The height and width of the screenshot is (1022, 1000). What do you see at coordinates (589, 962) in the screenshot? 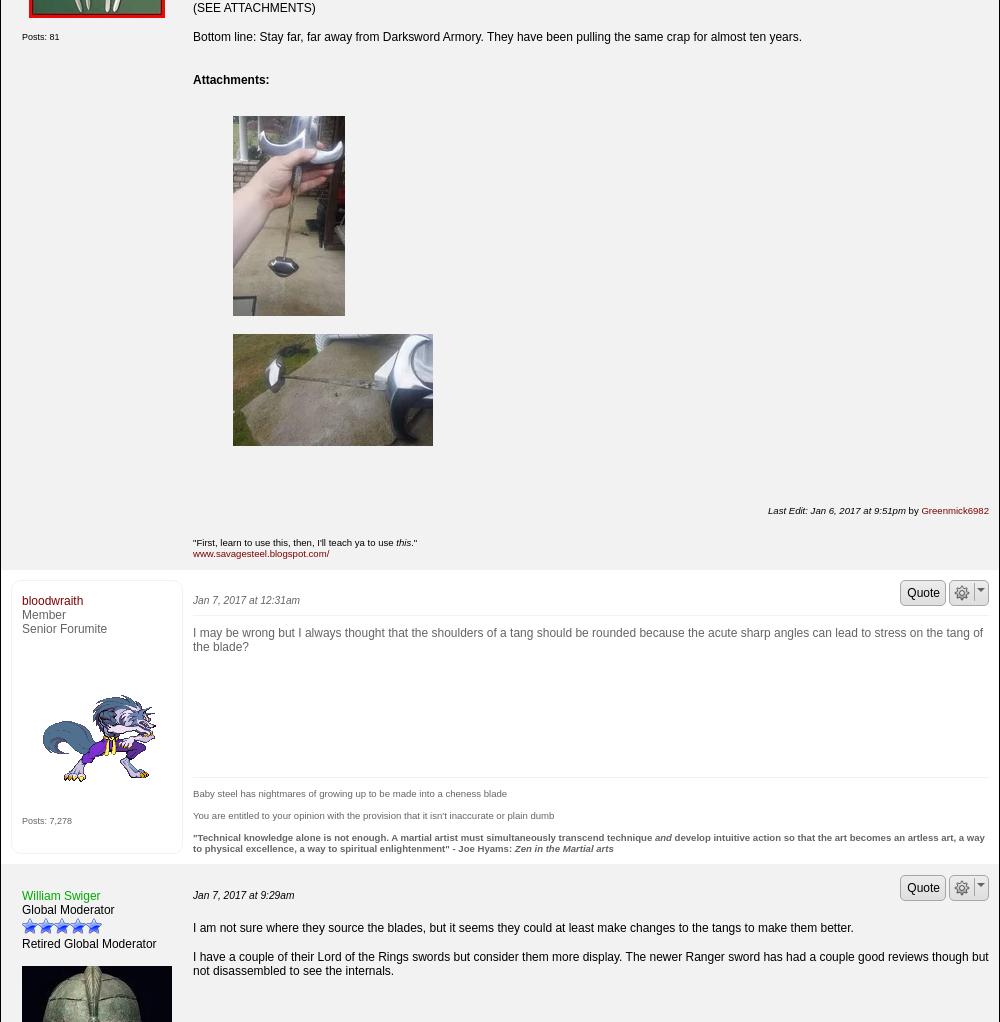
I see `'I have a couple of their Lord of the Rings swords but consider them more display.  The newer Ranger sword has had a couple good reviews though but not disassembled to see the internals.'` at bounding box center [589, 962].